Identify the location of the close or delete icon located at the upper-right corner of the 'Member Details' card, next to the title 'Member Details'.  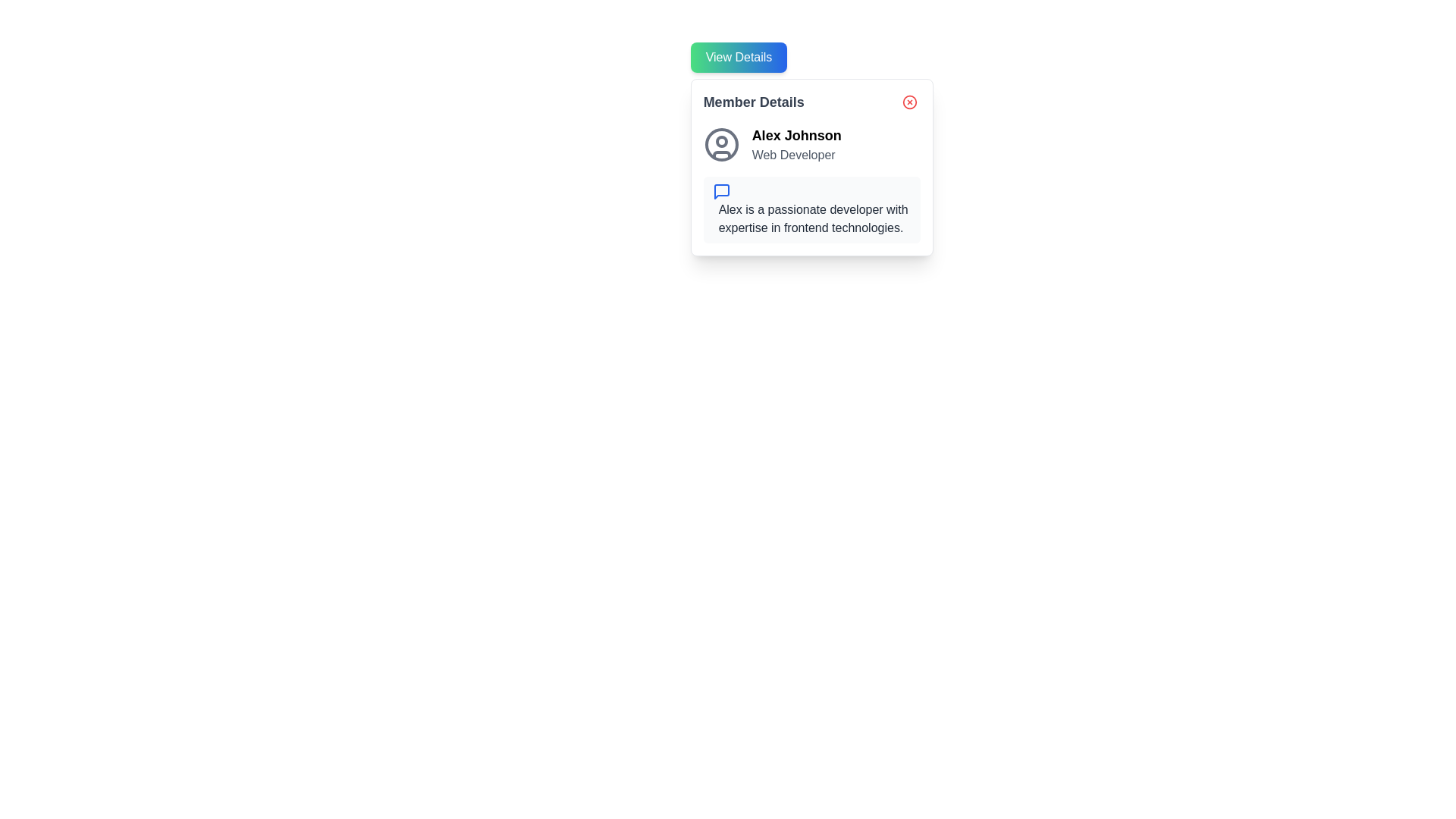
(909, 102).